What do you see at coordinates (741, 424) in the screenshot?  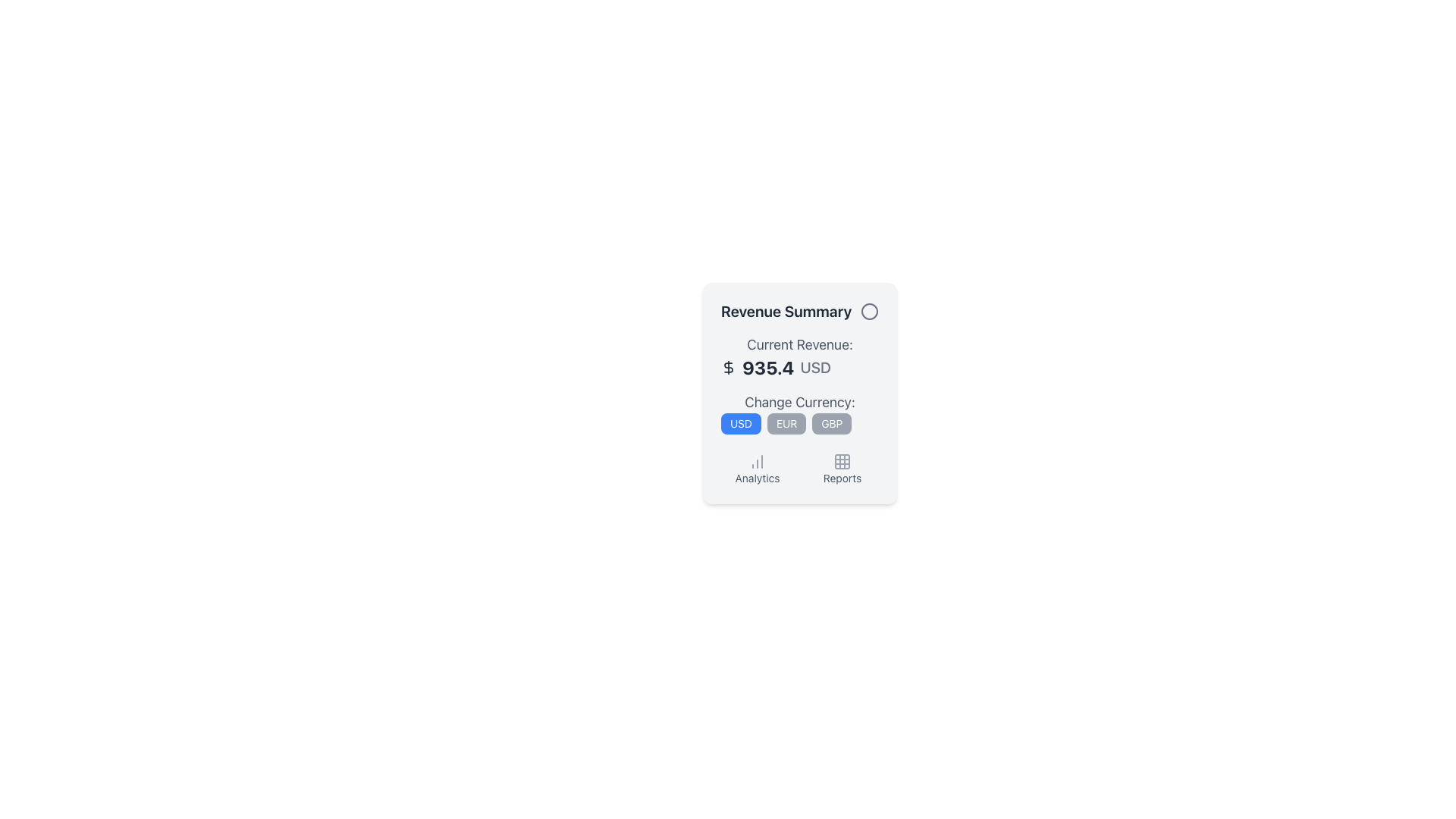 I see `the blue 'USD' button located in the lower-right section of the interface` at bounding box center [741, 424].